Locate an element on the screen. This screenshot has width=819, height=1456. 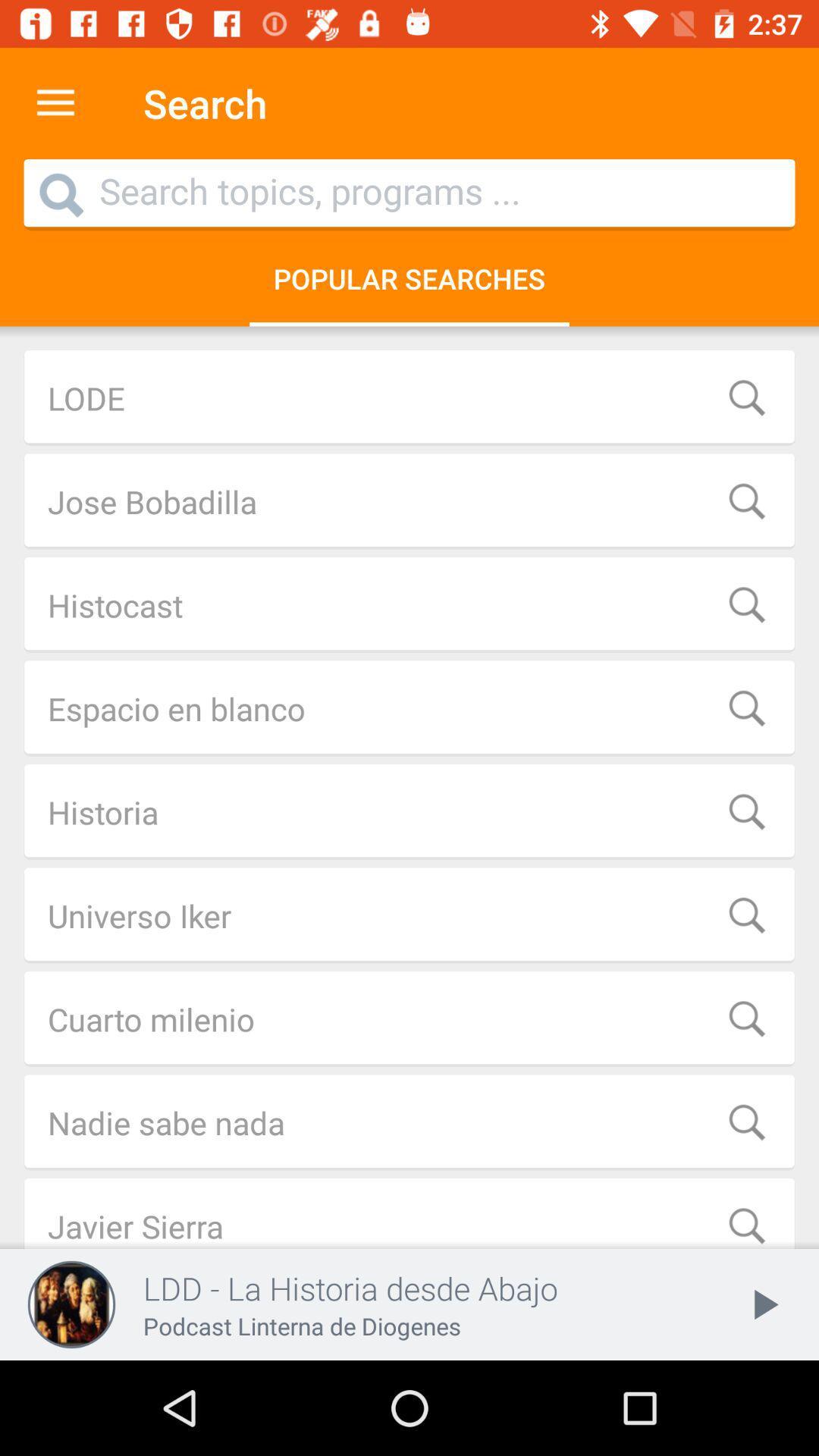
jose bobadilla item is located at coordinates (409, 501).